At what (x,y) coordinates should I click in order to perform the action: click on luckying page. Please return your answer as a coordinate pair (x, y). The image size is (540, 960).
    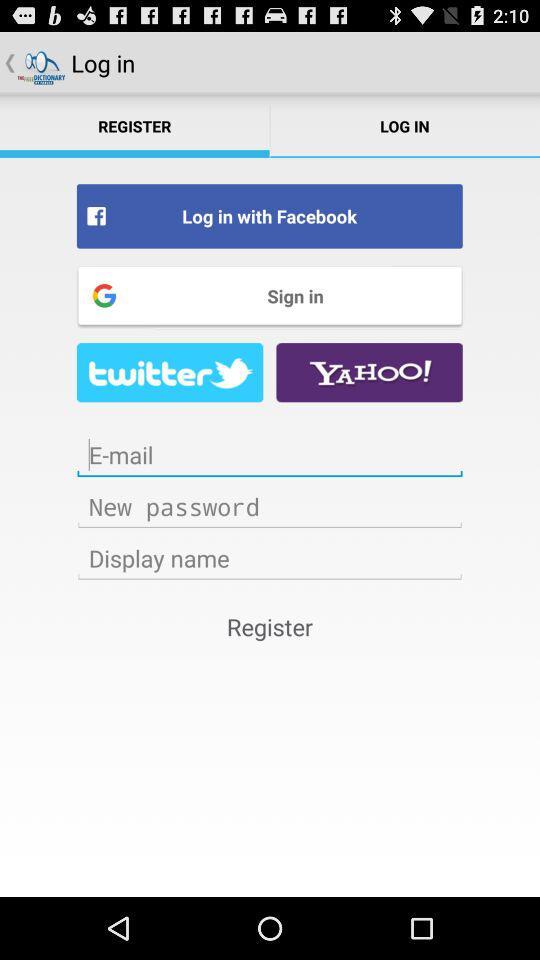
    Looking at the image, I should click on (170, 371).